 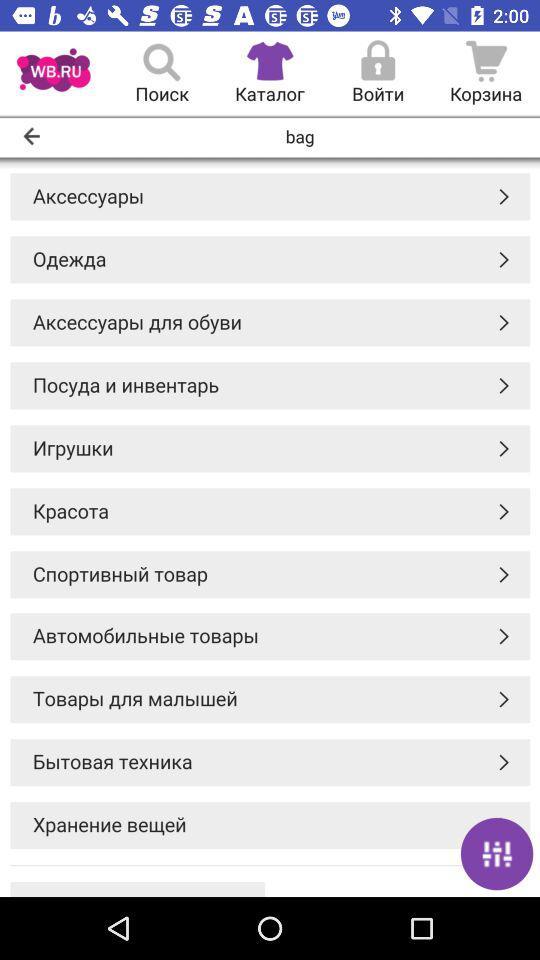 I want to click on the cart icon, so click(x=485, y=73).